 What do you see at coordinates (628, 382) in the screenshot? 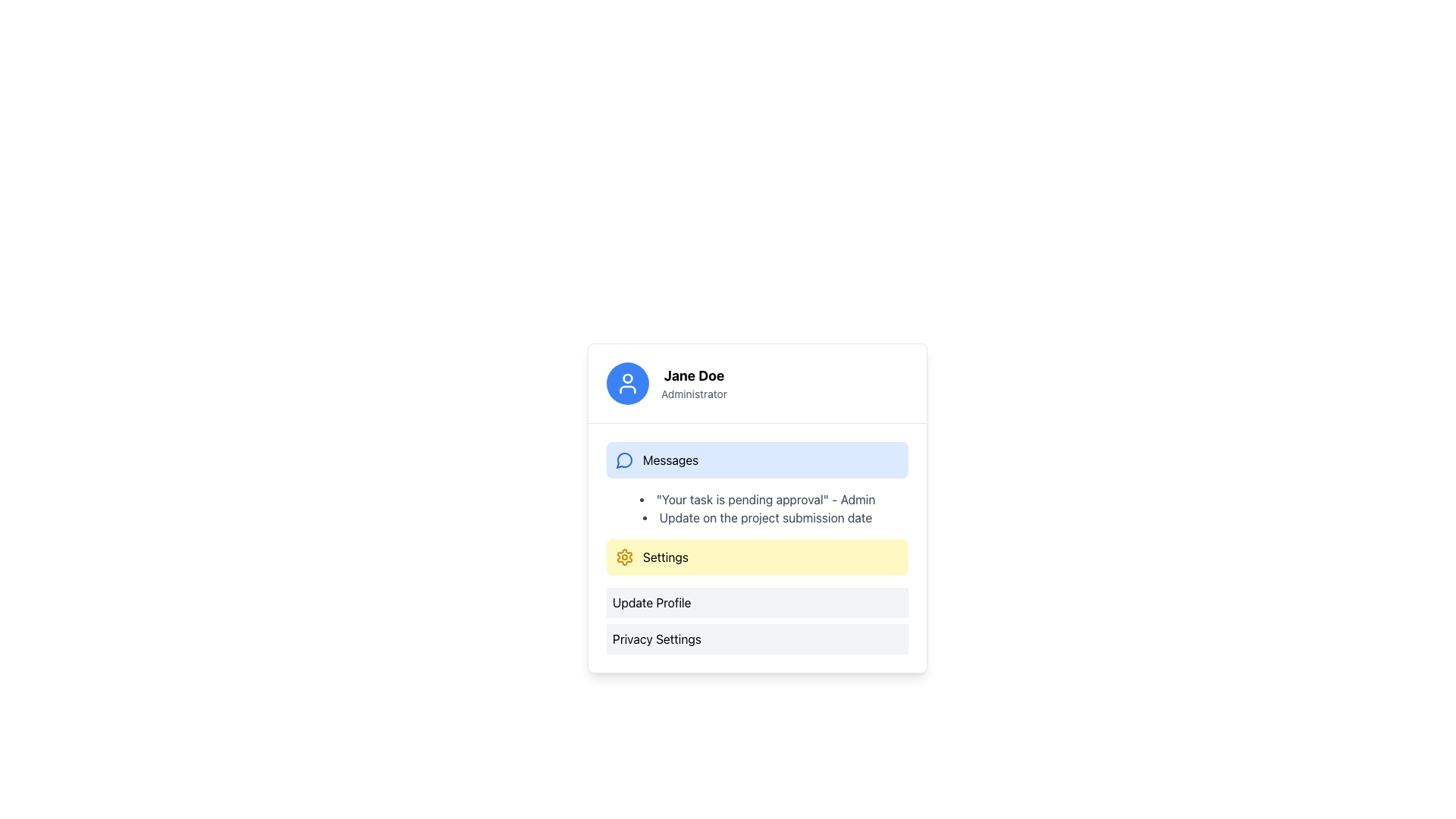
I see `the user icon, which is a silhouette of a person within a blue circular background, located at the top-left corner of the user profile card interface` at bounding box center [628, 382].